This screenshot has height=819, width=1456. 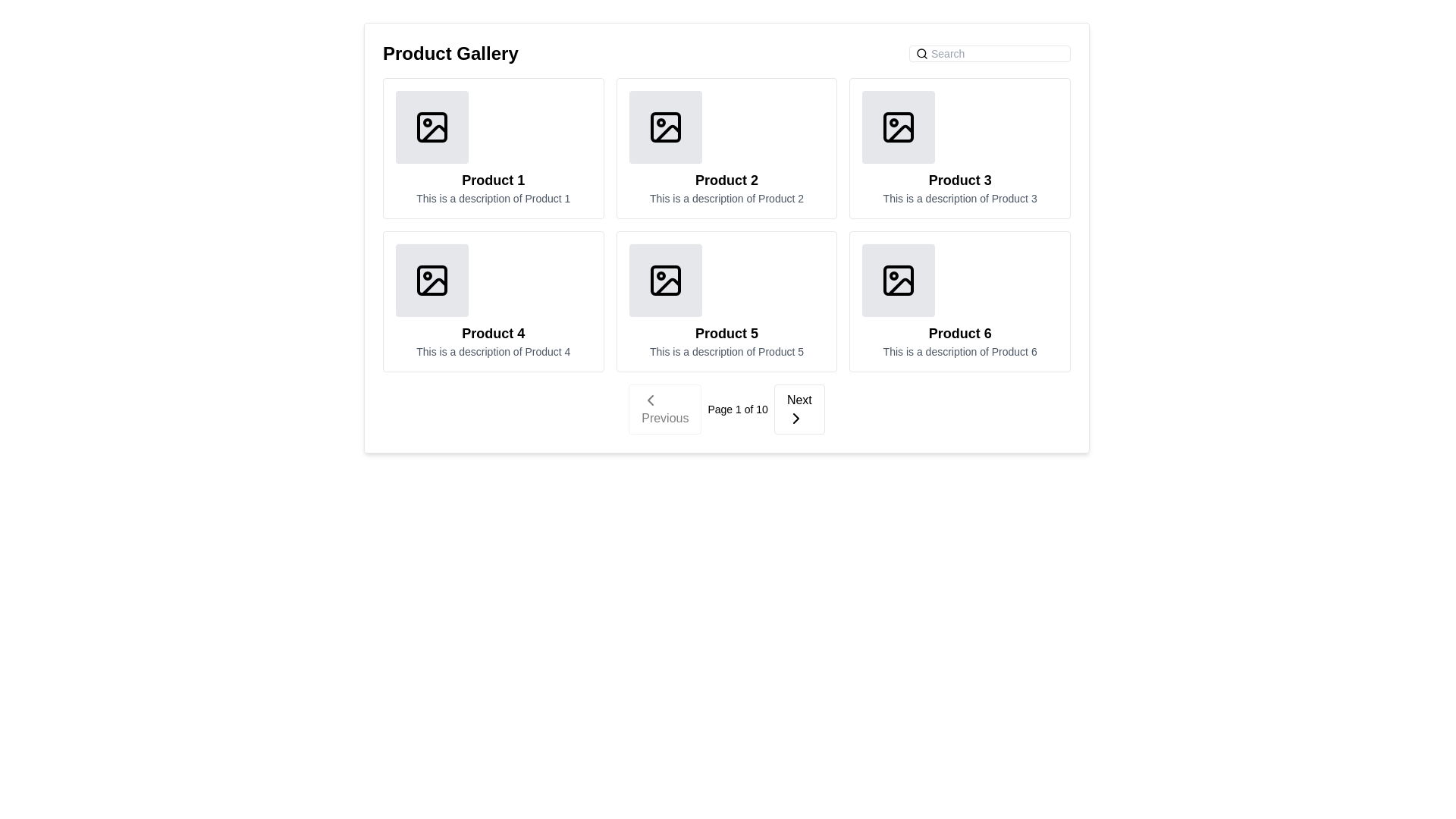 What do you see at coordinates (921, 52) in the screenshot?
I see `the magnifying glass icon located to the left of the 'Search' input field in the upper toolbar area` at bounding box center [921, 52].